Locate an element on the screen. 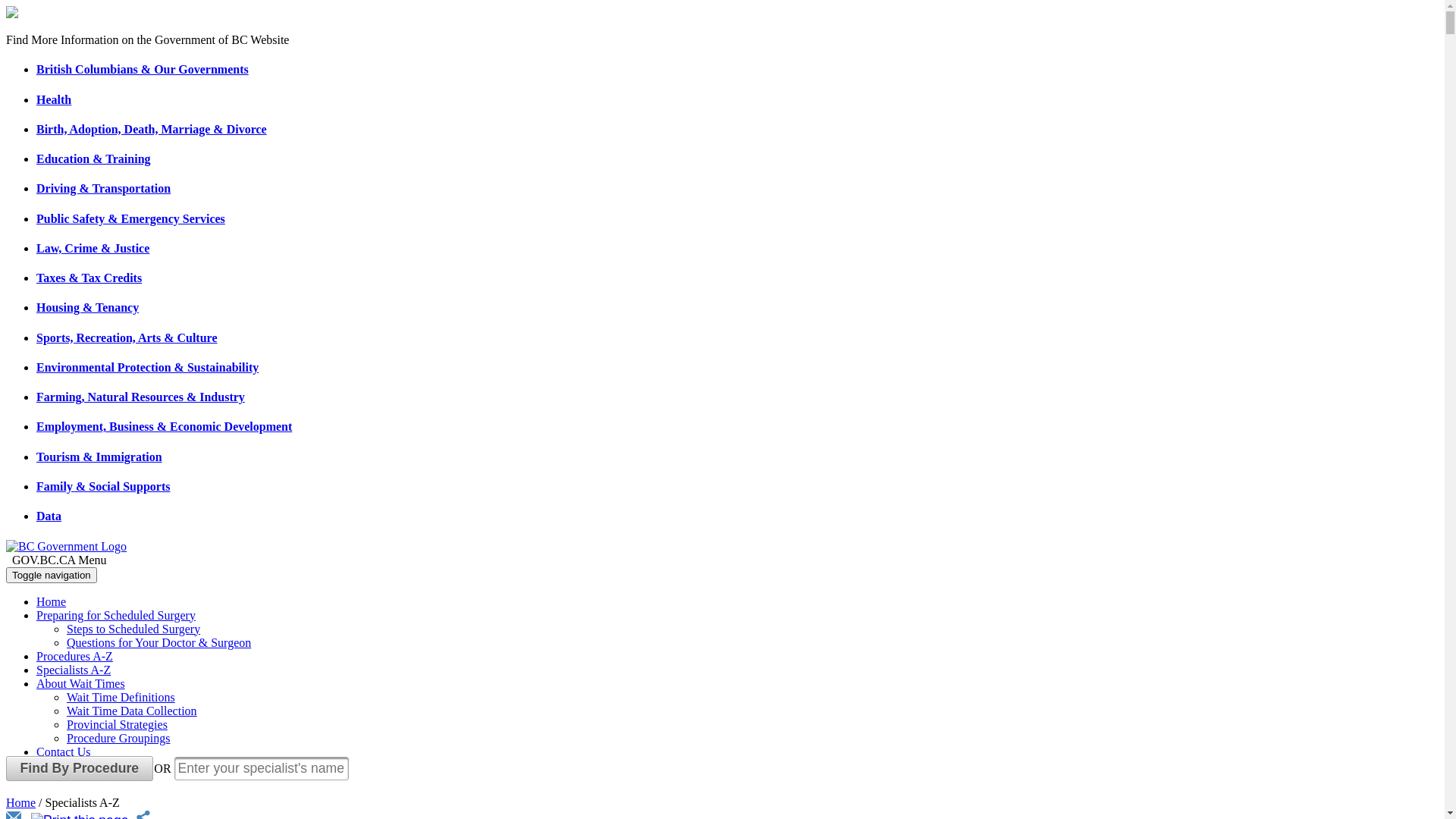 Image resolution: width=1456 pixels, height=819 pixels. 'Birth, Adoption, Death, Marriage & Divorce' is located at coordinates (152, 128).